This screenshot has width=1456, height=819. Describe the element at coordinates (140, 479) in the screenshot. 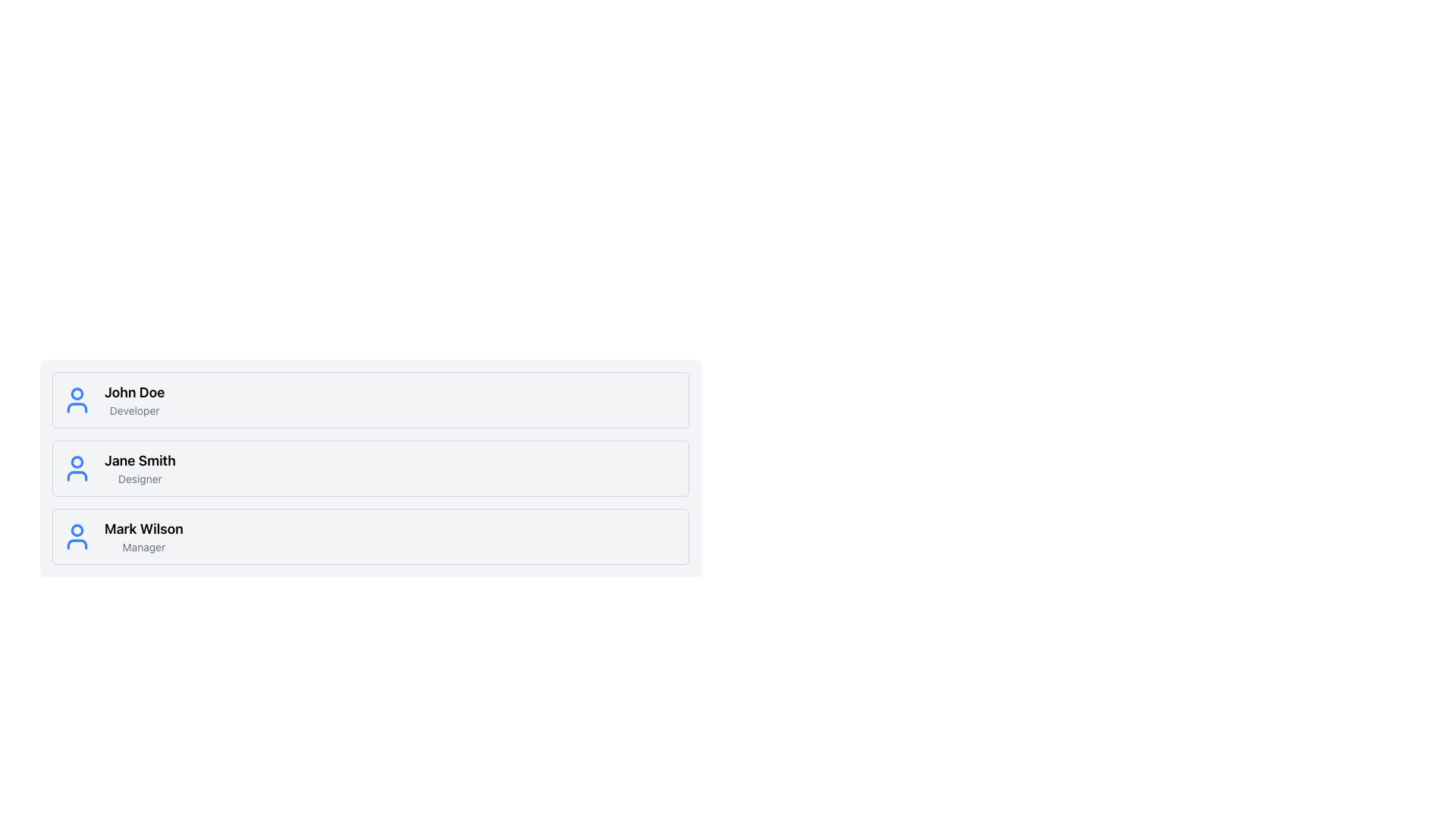

I see `the text label displaying 'Designer', which is styled with a small font size and gray color, located below 'Jane Smith' in a vertically stacked list` at that location.